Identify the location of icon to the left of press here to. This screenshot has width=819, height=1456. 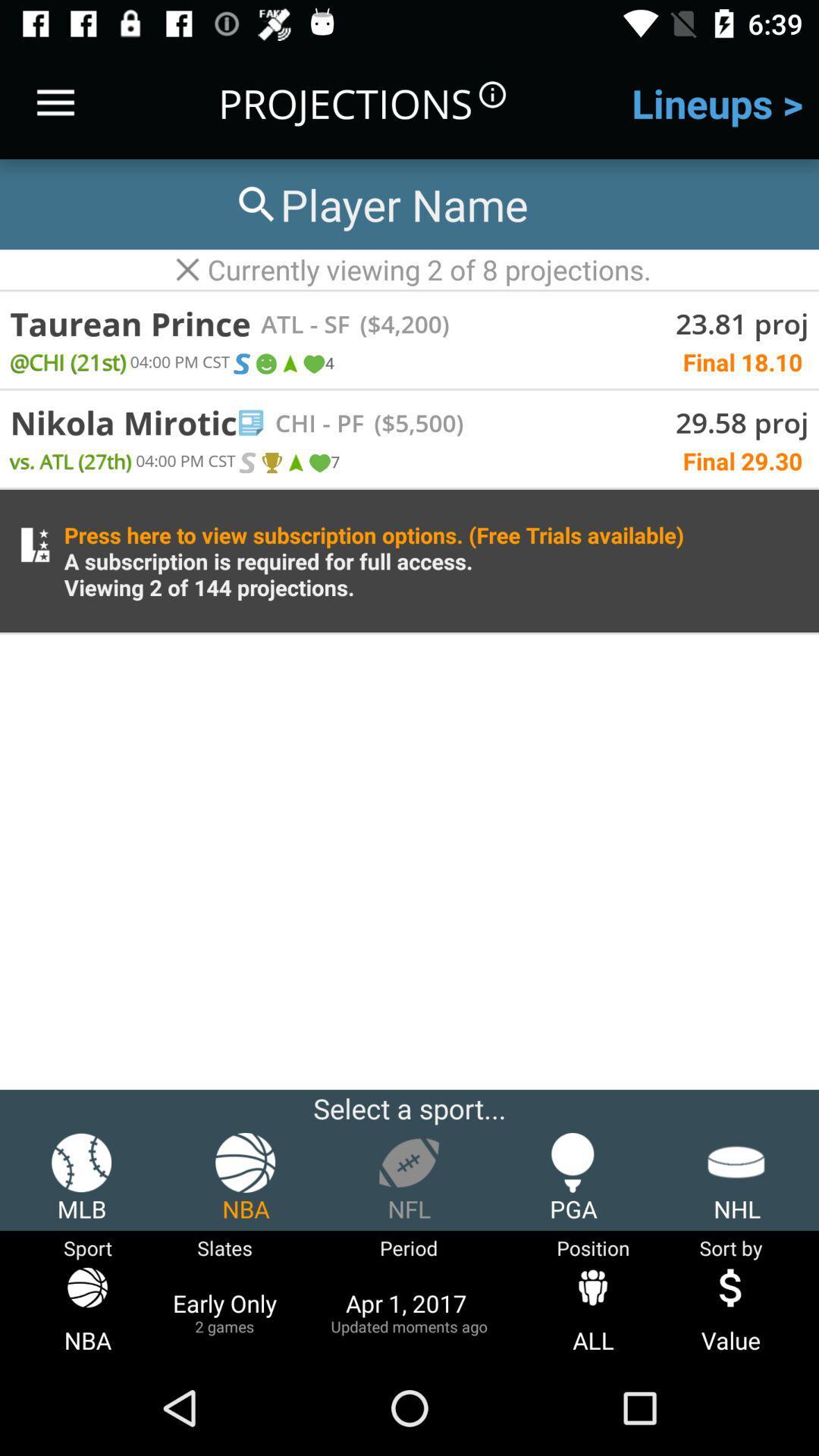
(34, 544).